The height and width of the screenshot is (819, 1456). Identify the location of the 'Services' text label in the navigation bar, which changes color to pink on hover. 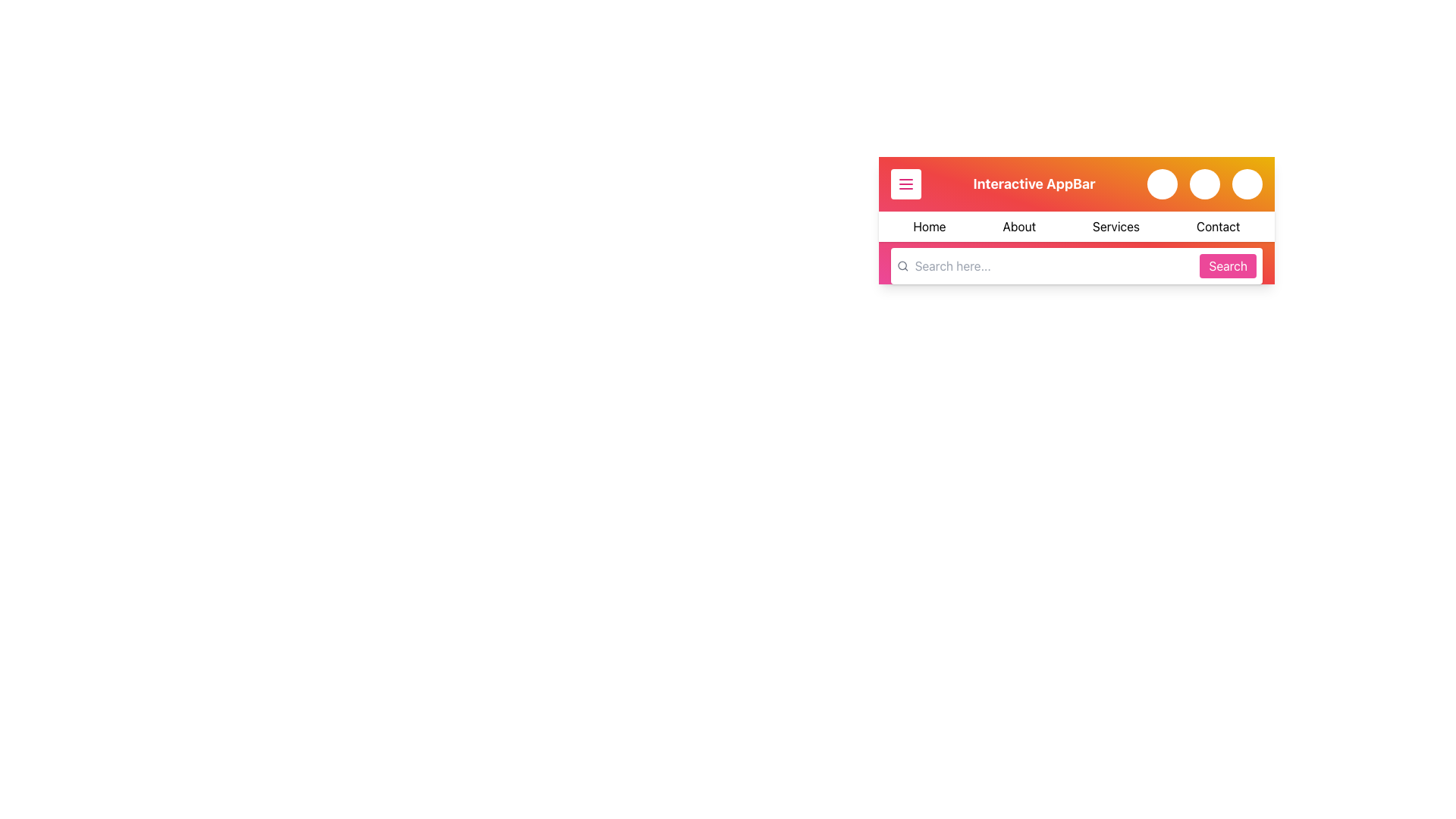
(1116, 227).